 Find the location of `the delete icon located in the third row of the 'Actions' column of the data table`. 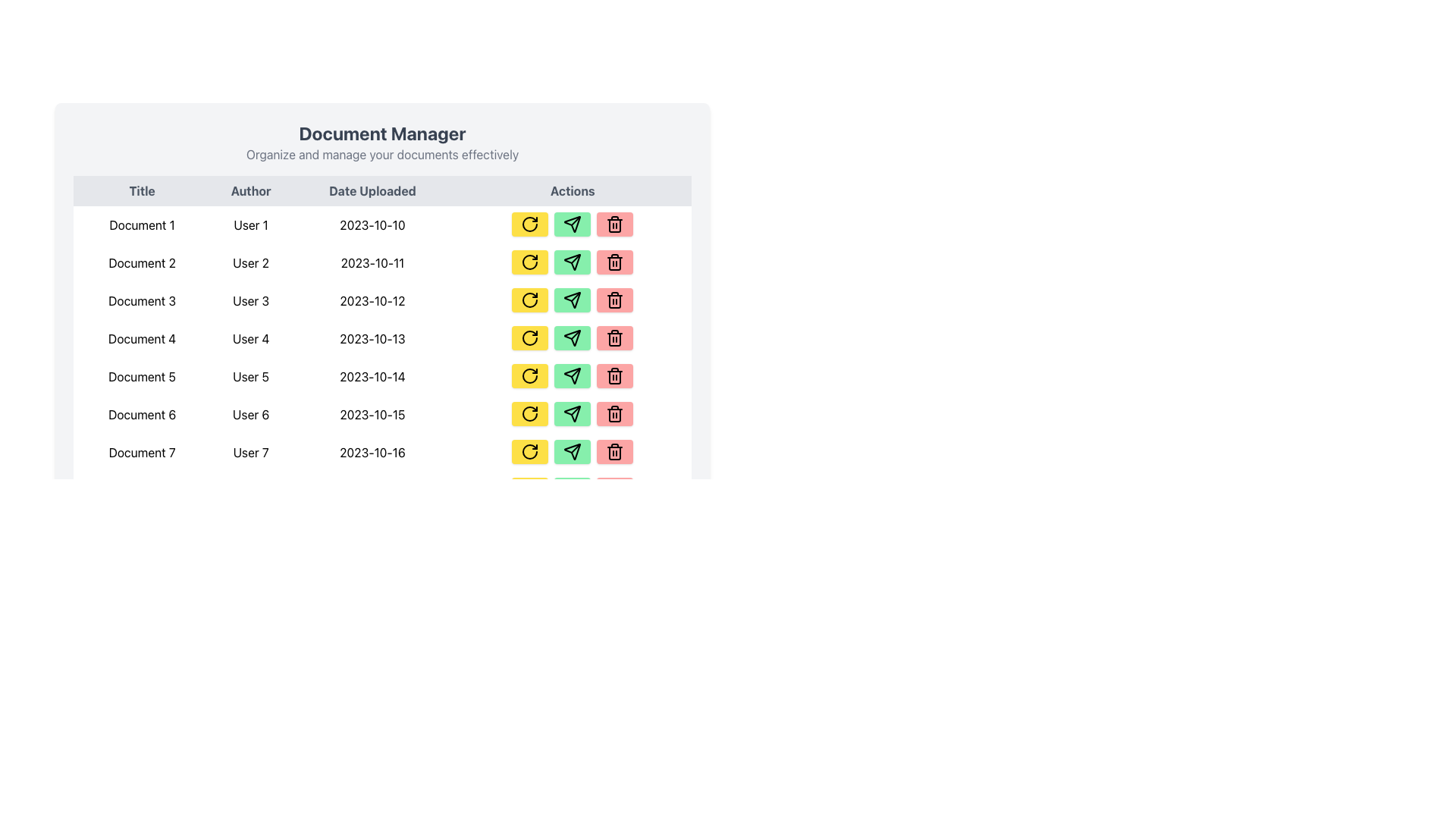

the delete icon located in the third row of the 'Actions' column of the data table is located at coordinates (615, 300).